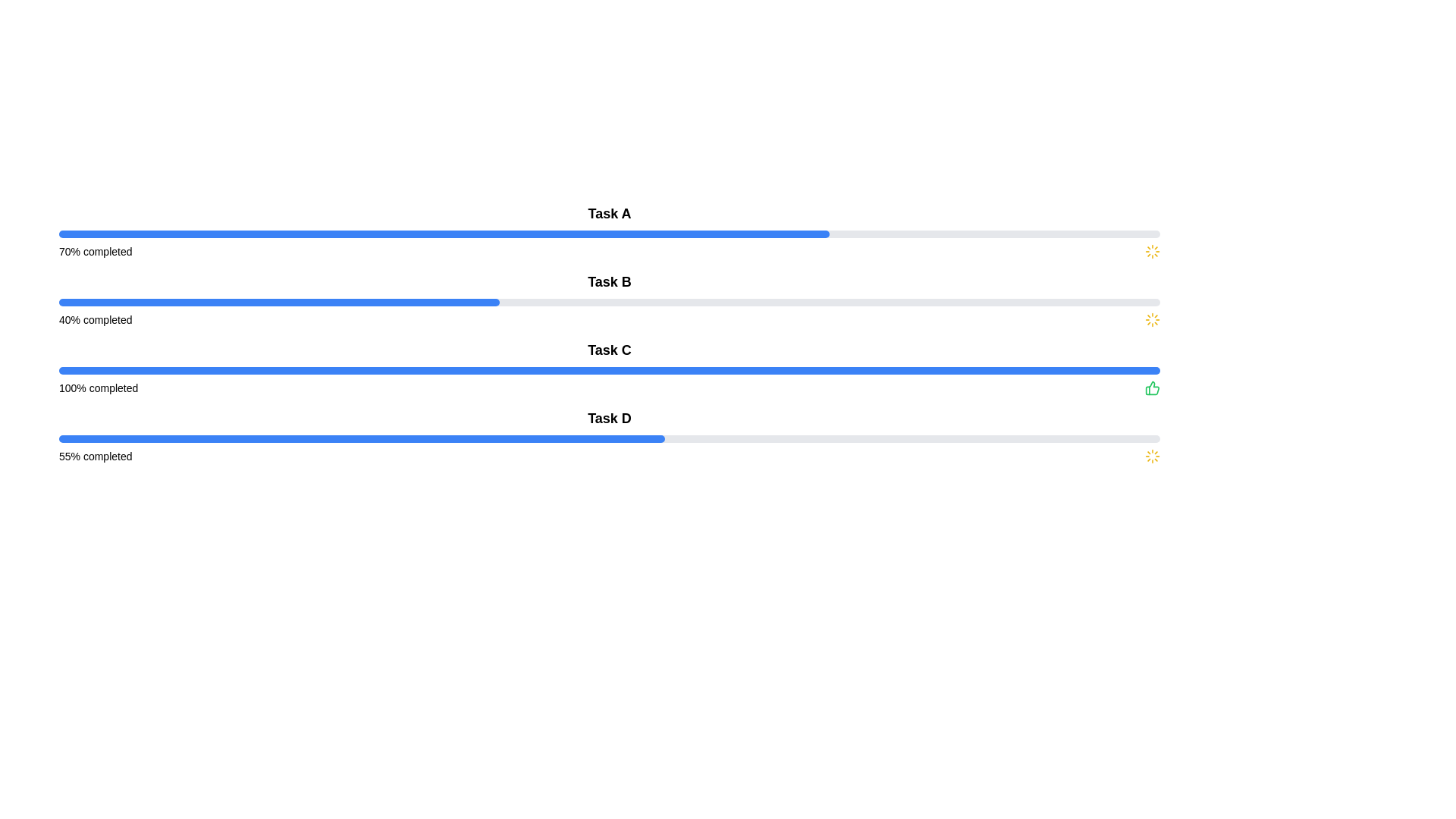 The height and width of the screenshot is (819, 1456). Describe the element at coordinates (95, 250) in the screenshot. I see `the Label displaying the current completion status for 'Task A'` at that location.